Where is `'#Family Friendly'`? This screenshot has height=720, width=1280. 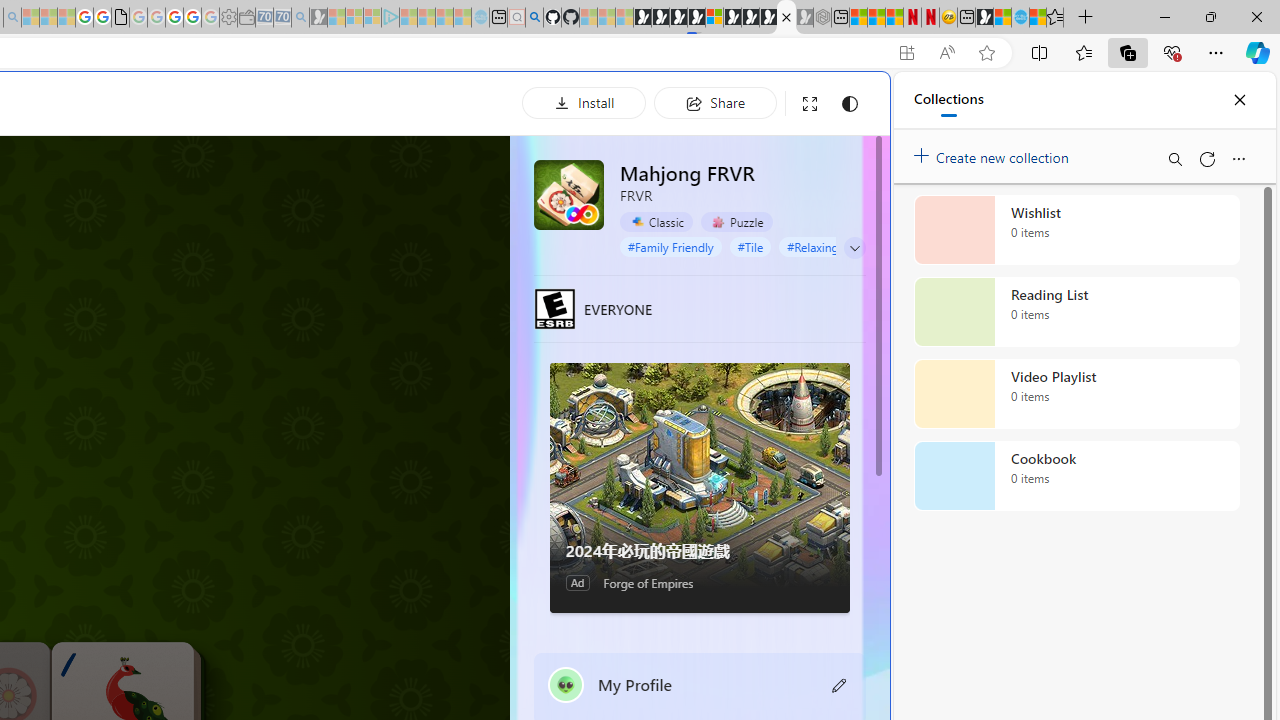 '#Family Friendly' is located at coordinates (670, 245).